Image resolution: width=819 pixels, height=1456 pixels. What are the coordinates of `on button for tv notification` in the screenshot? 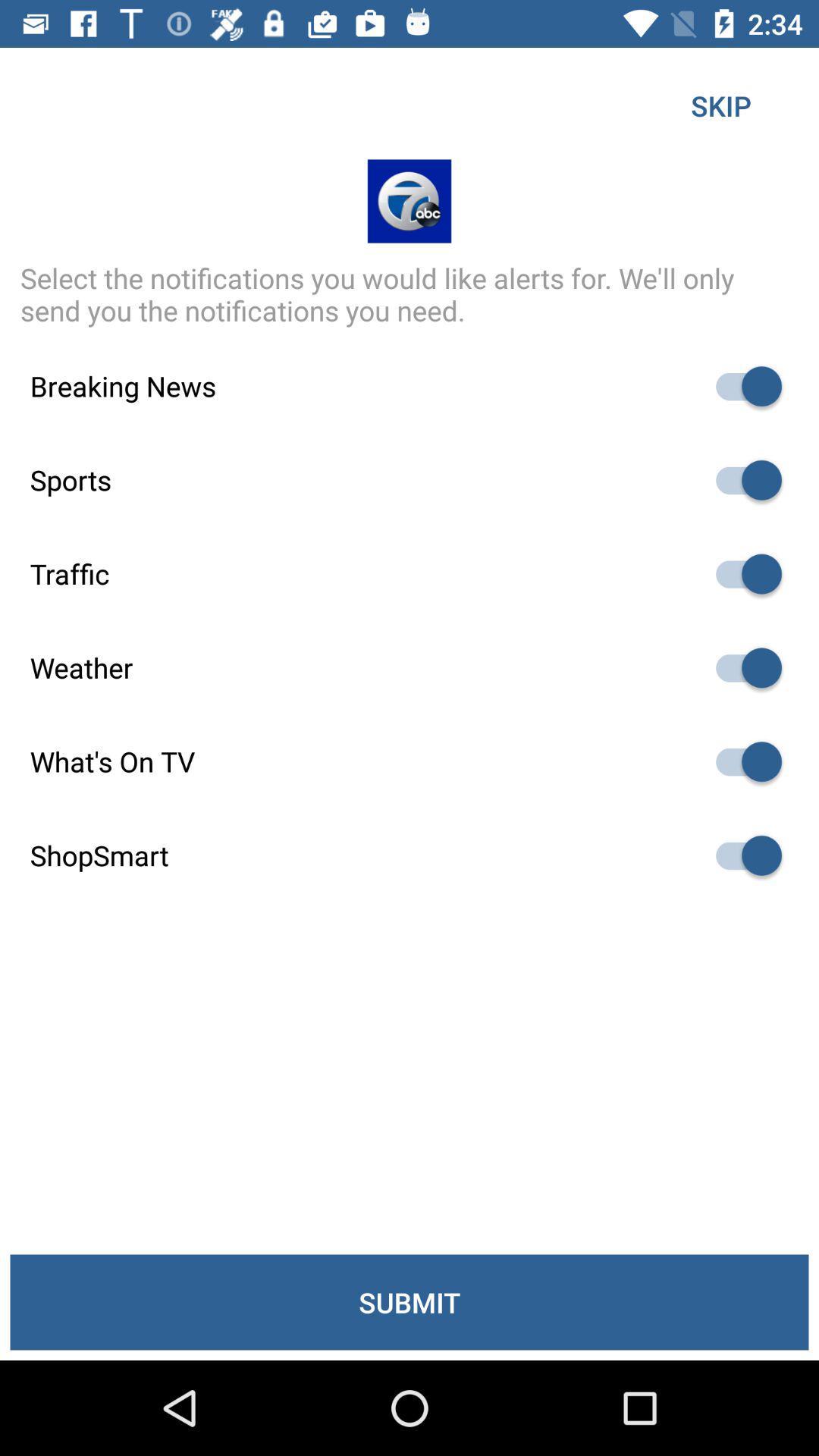 It's located at (741, 761).